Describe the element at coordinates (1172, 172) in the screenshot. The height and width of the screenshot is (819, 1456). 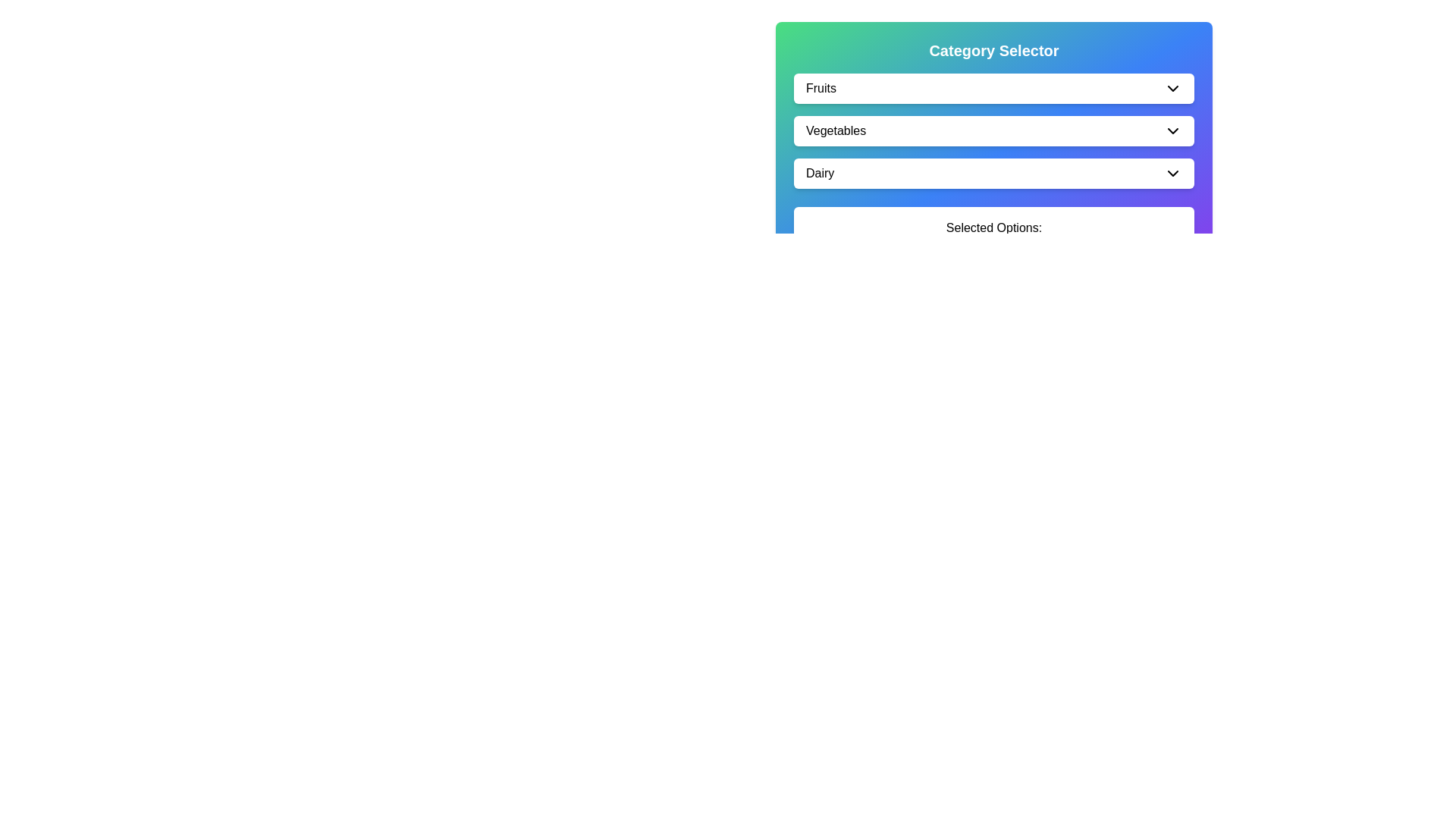
I see `the chevron down icon located at the far right of the 'Dairy' category in the dropdown menu` at that location.